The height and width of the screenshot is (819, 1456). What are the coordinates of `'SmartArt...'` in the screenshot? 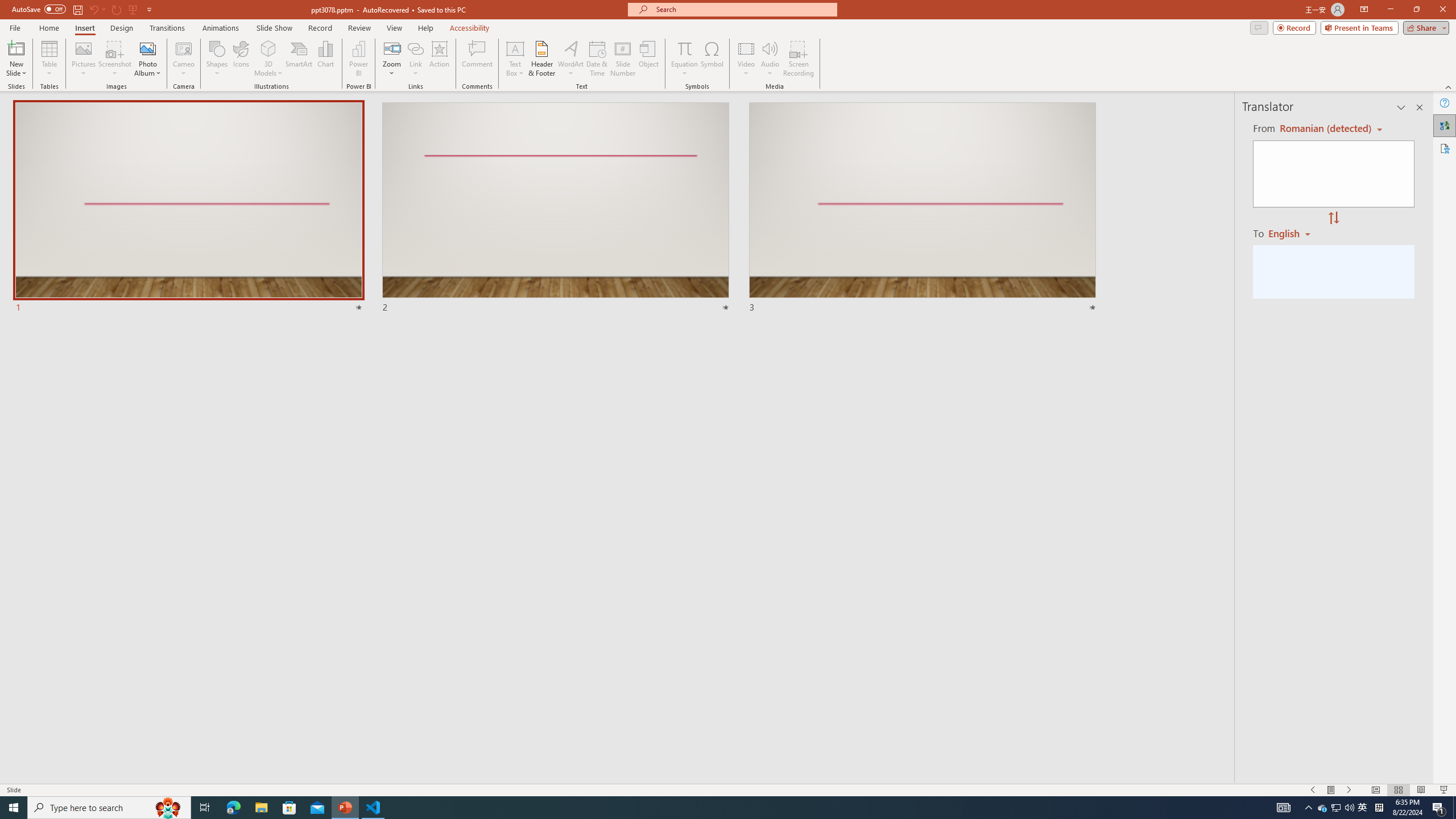 It's located at (299, 59).